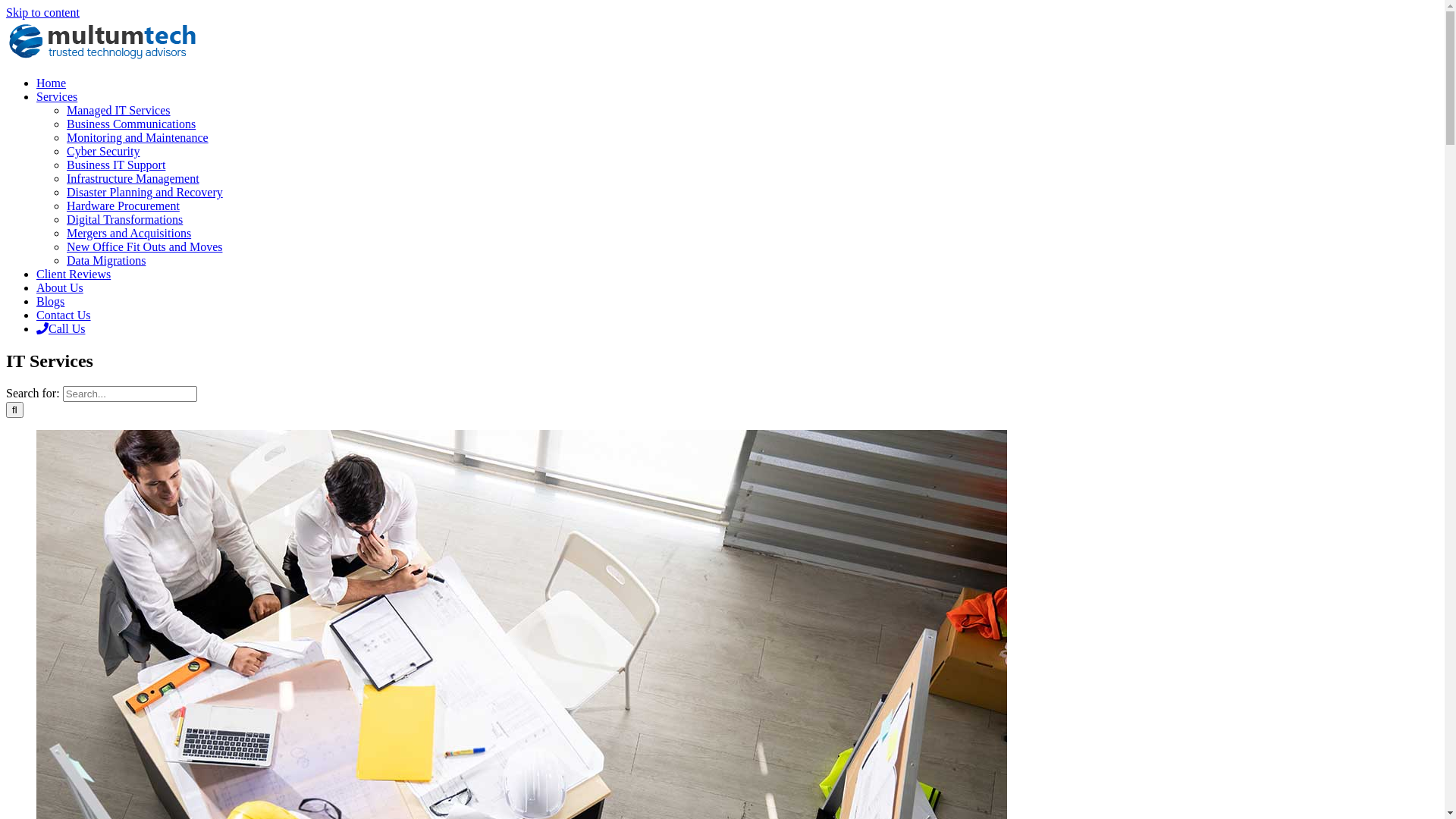  I want to click on 'Infrastructure Management', so click(65, 177).